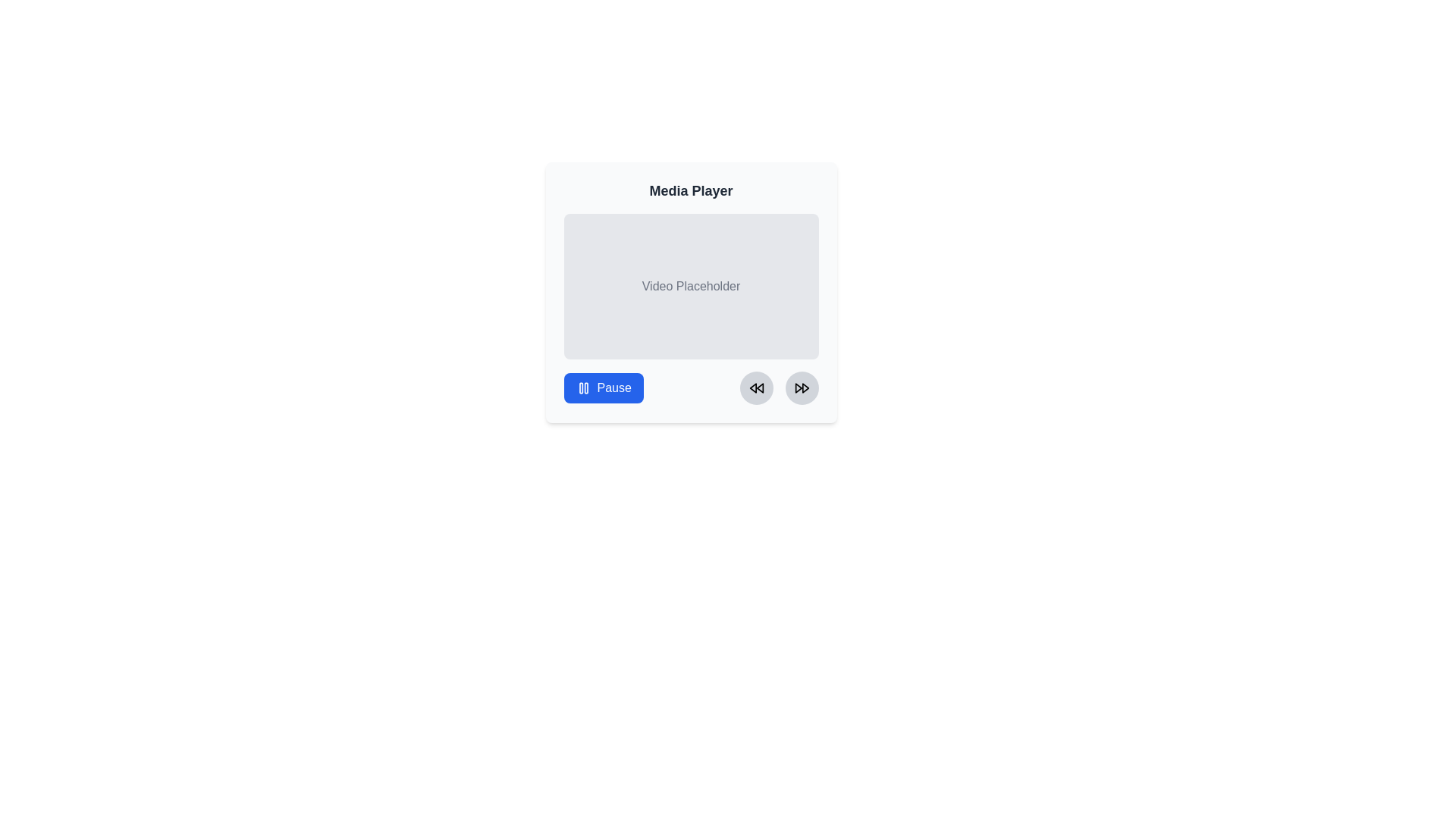 Image resolution: width=1456 pixels, height=819 pixels. What do you see at coordinates (690, 287) in the screenshot?
I see `the Text Label that indicates a video or similar media is supposed to be displayed, positioned centrally within a gray background box with rounded corners` at bounding box center [690, 287].